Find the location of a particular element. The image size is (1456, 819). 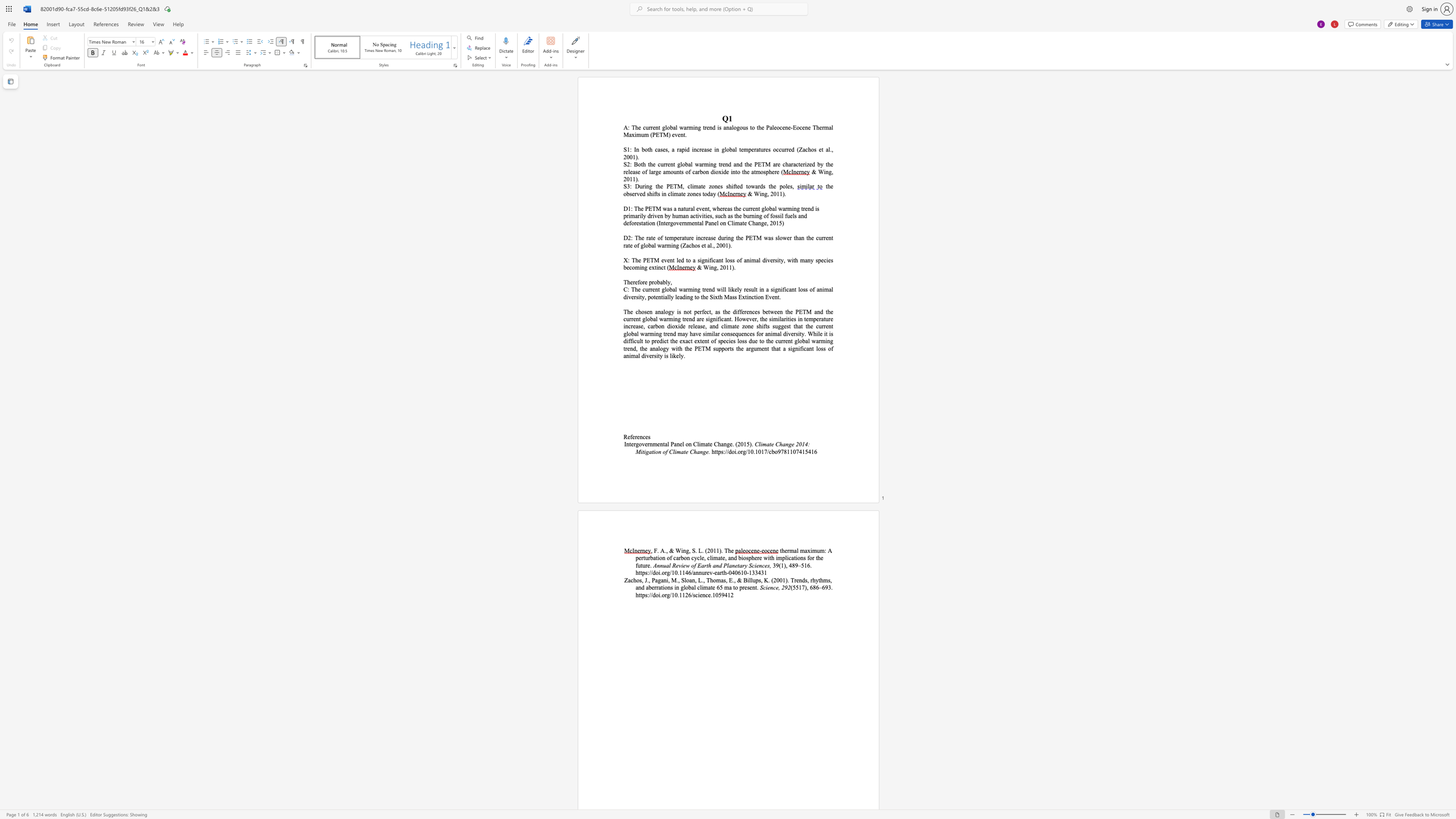

the subset text "itigation of Climate Chan" within the text "Climate Change 2014: Mitigation of Climate Change." is located at coordinates (640, 451).